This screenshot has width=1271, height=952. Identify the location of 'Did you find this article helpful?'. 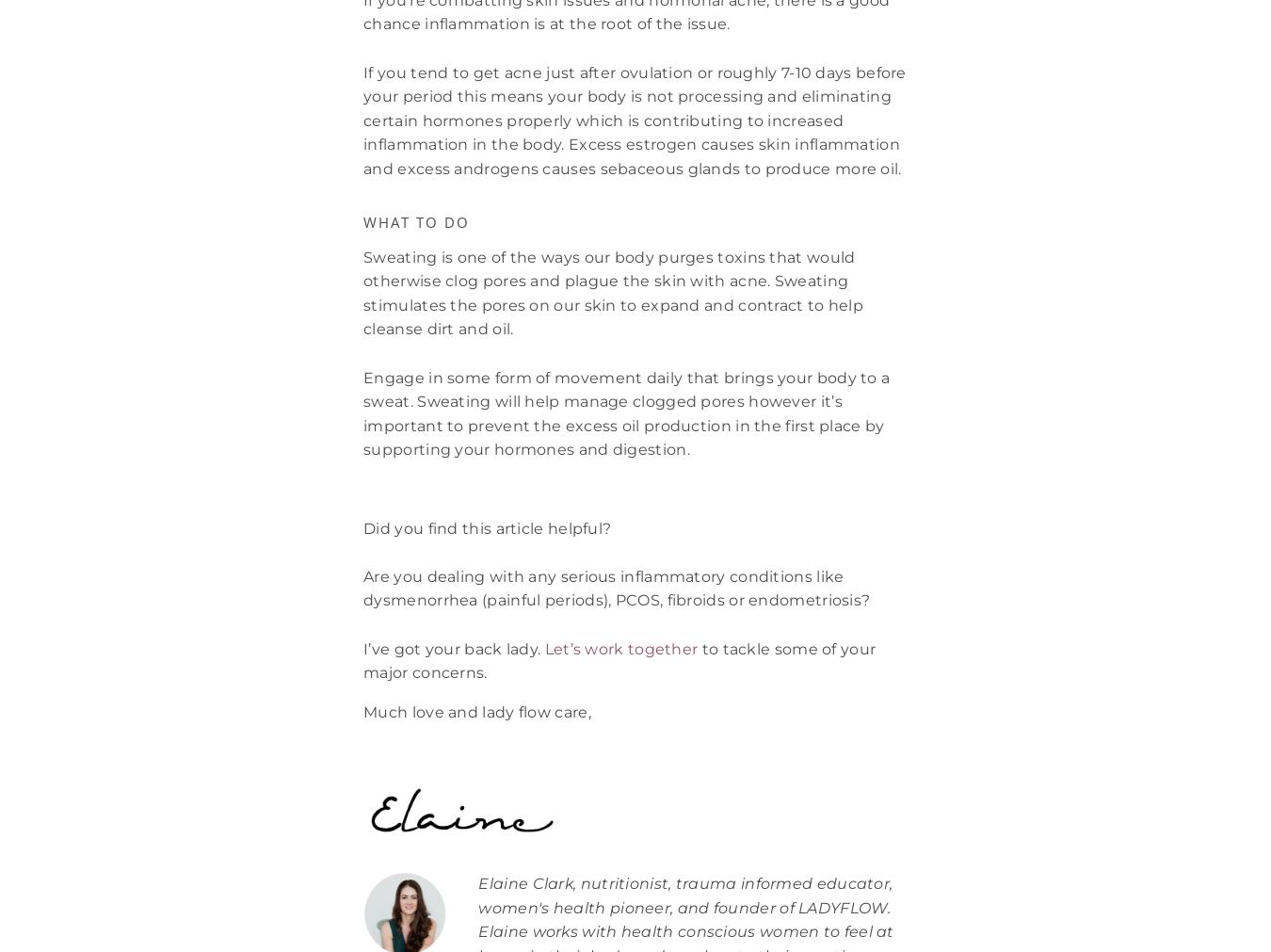
(488, 527).